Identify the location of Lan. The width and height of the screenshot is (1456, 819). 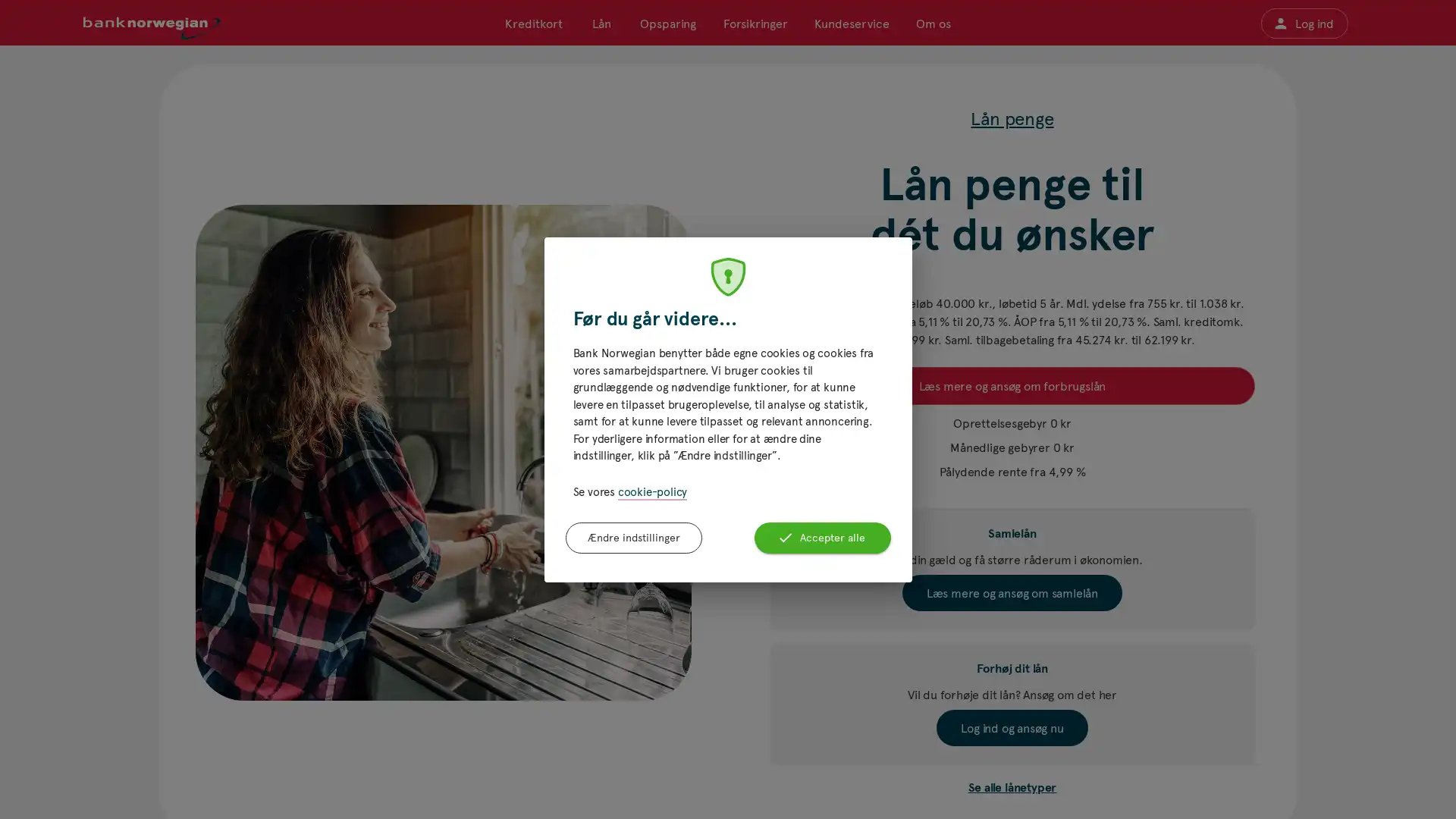
(600, 23).